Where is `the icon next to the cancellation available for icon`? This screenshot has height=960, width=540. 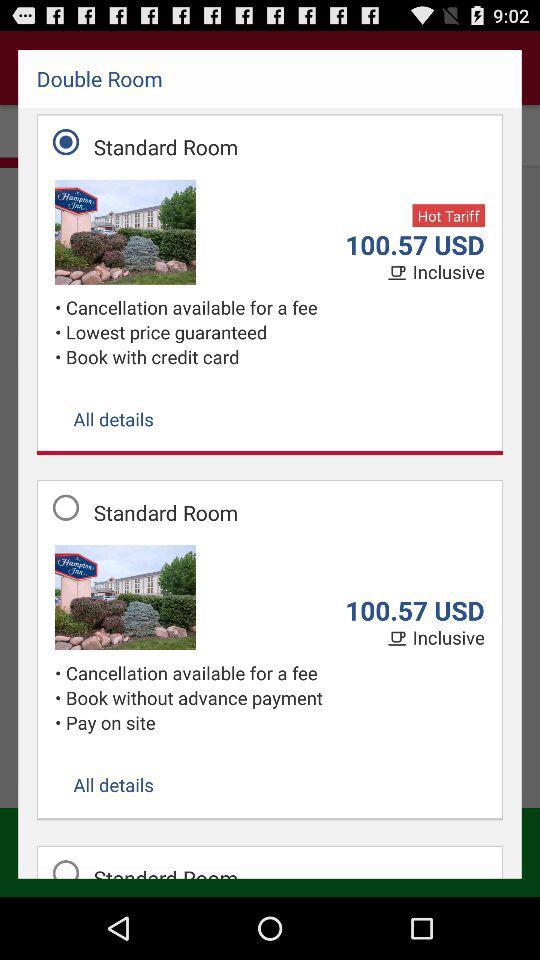 the icon next to the cancellation available for icon is located at coordinates (60, 332).